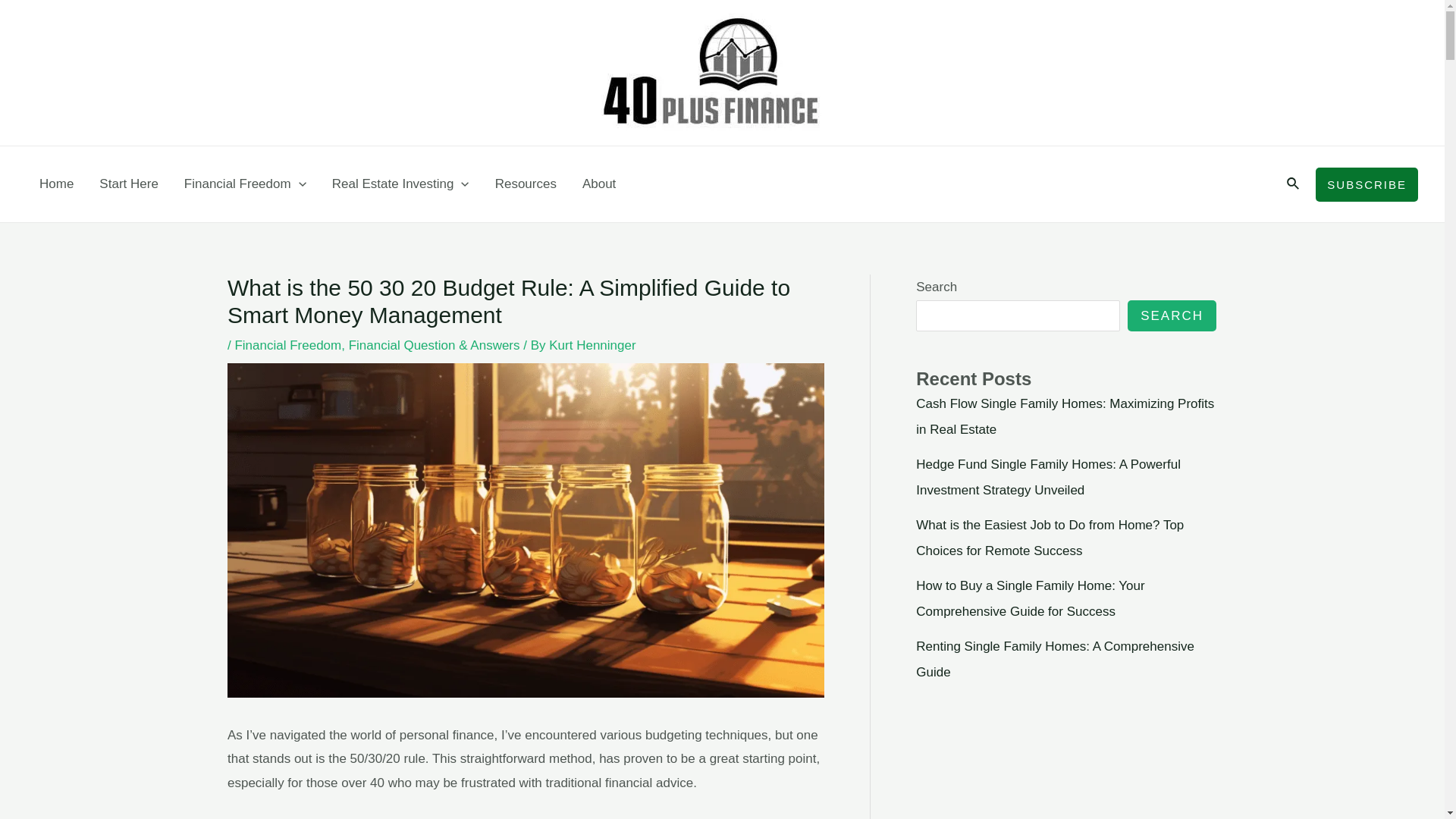 The height and width of the screenshot is (819, 1456). I want to click on 'Renting Single Family Homes: A Comprehensive Guide', so click(1054, 658).